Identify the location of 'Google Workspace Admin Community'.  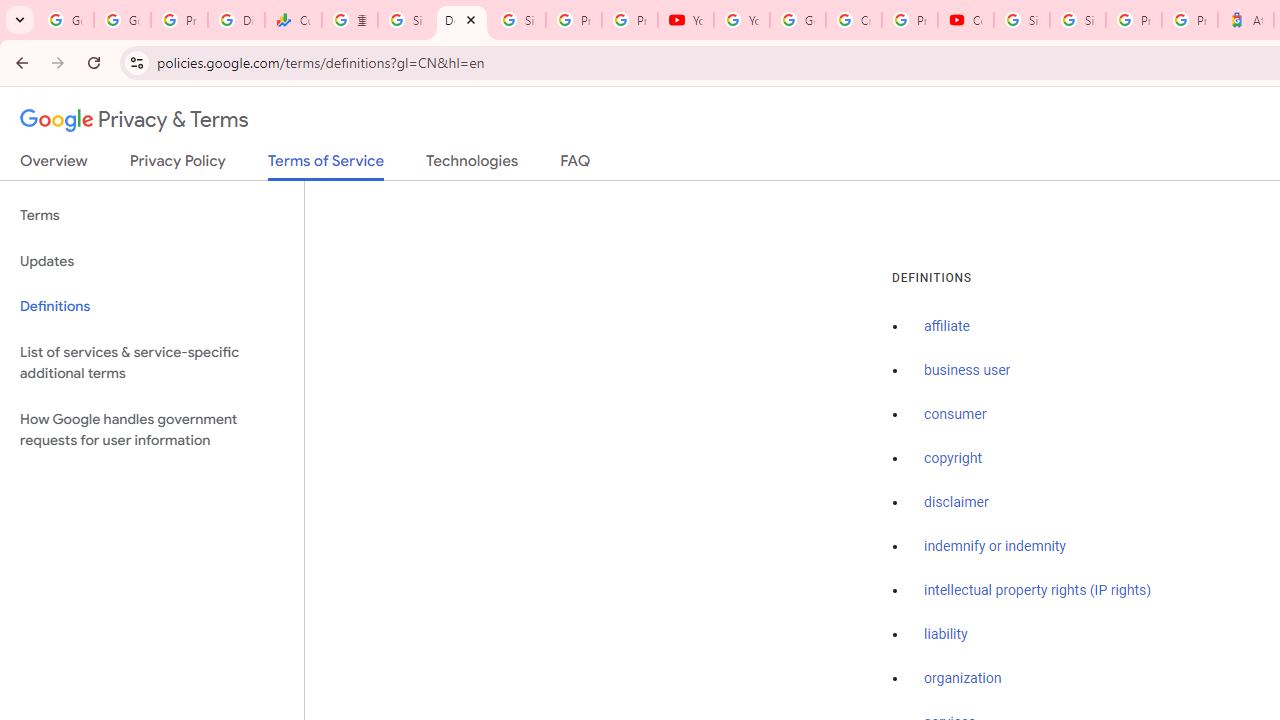
(65, 20).